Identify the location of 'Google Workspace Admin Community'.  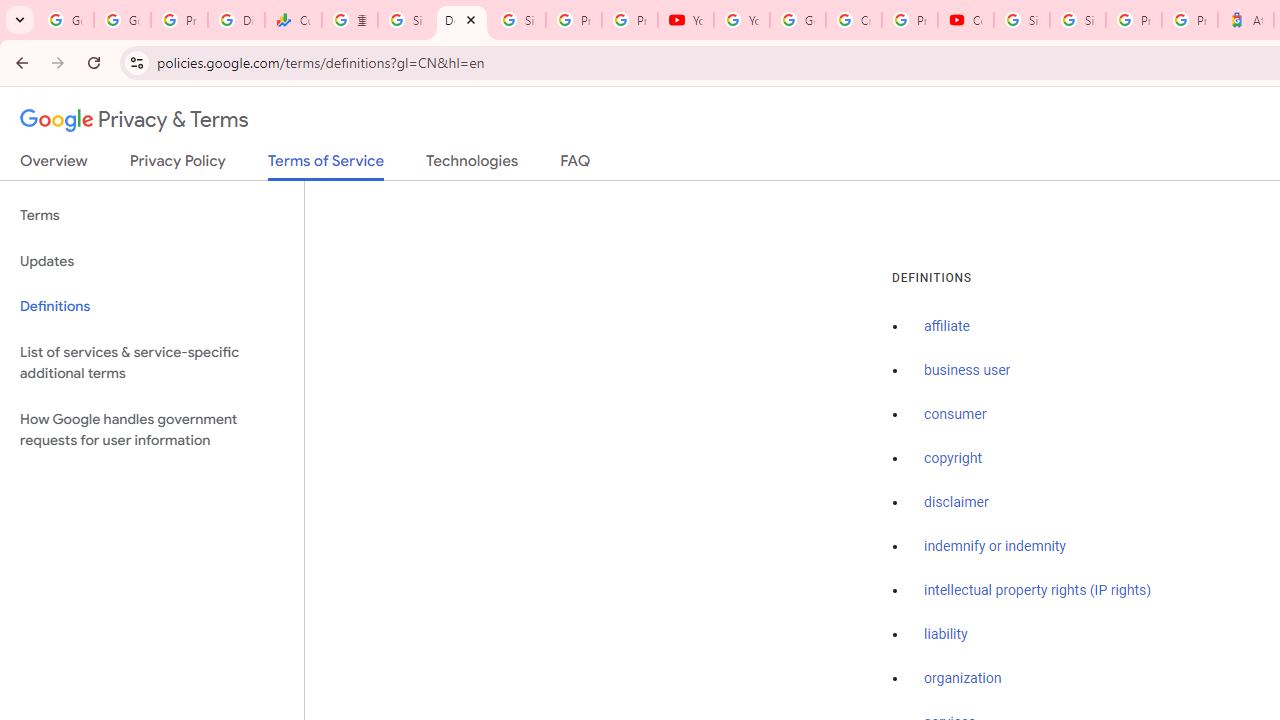
(65, 20).